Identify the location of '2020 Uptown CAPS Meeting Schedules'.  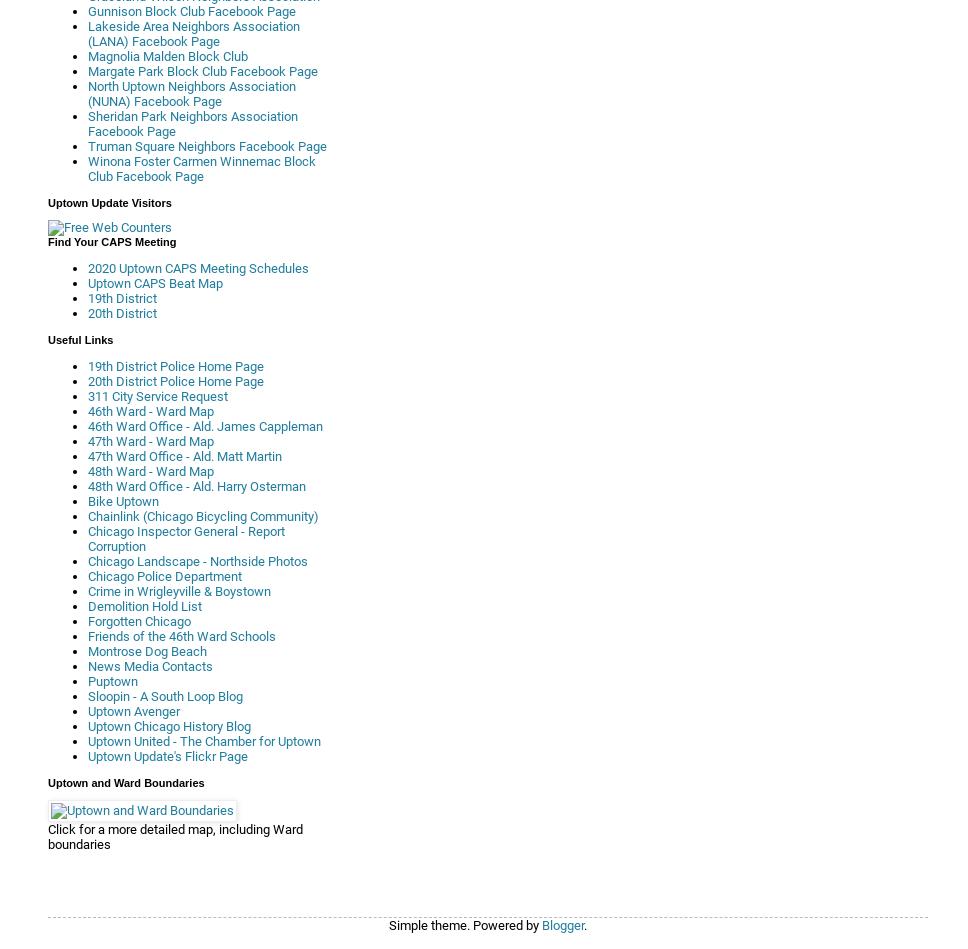
(198, 267).